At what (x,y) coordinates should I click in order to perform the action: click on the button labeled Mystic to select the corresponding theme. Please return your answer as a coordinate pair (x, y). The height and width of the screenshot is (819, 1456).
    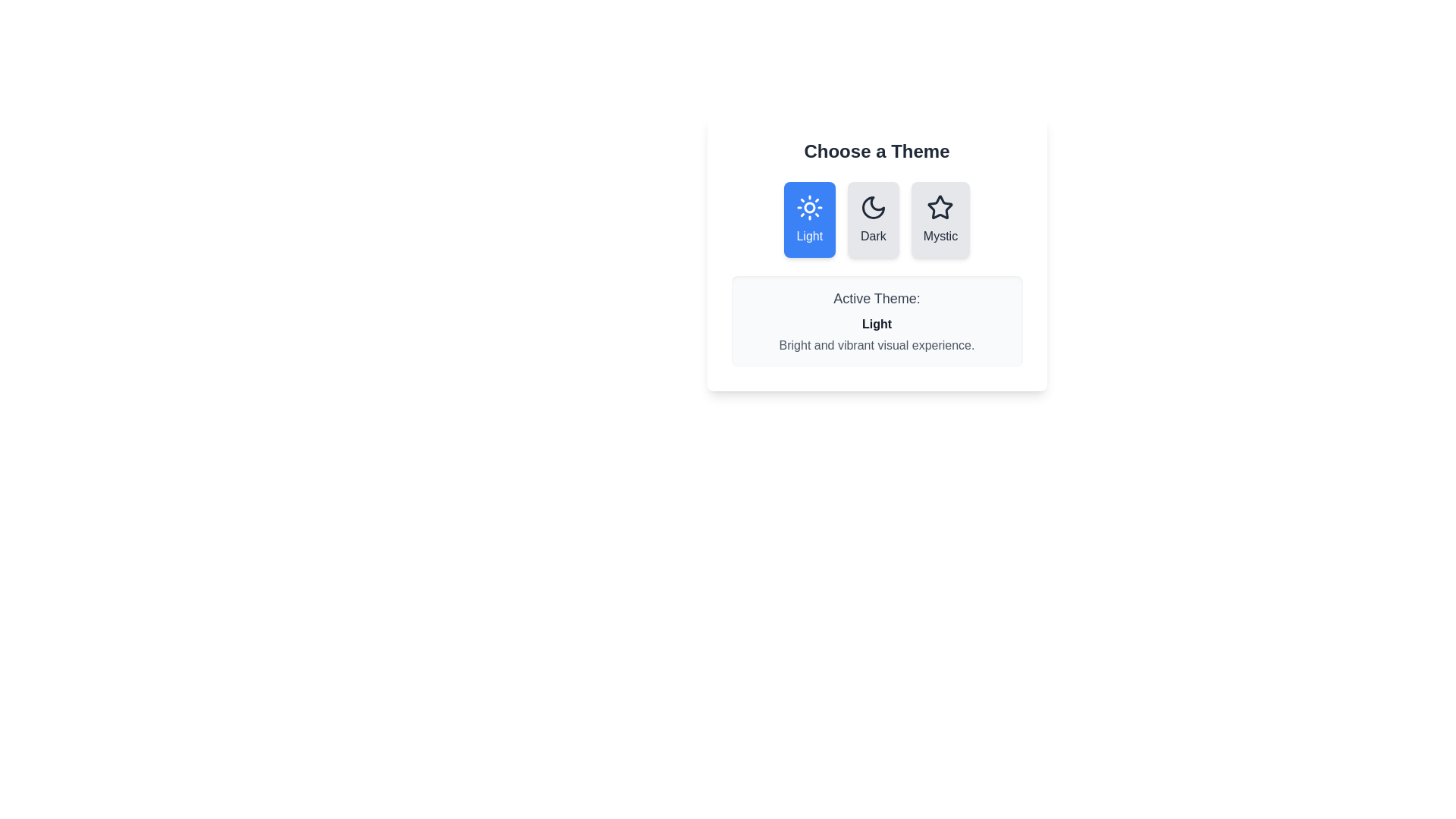
    Looking at the image, I should click on (940, 219).